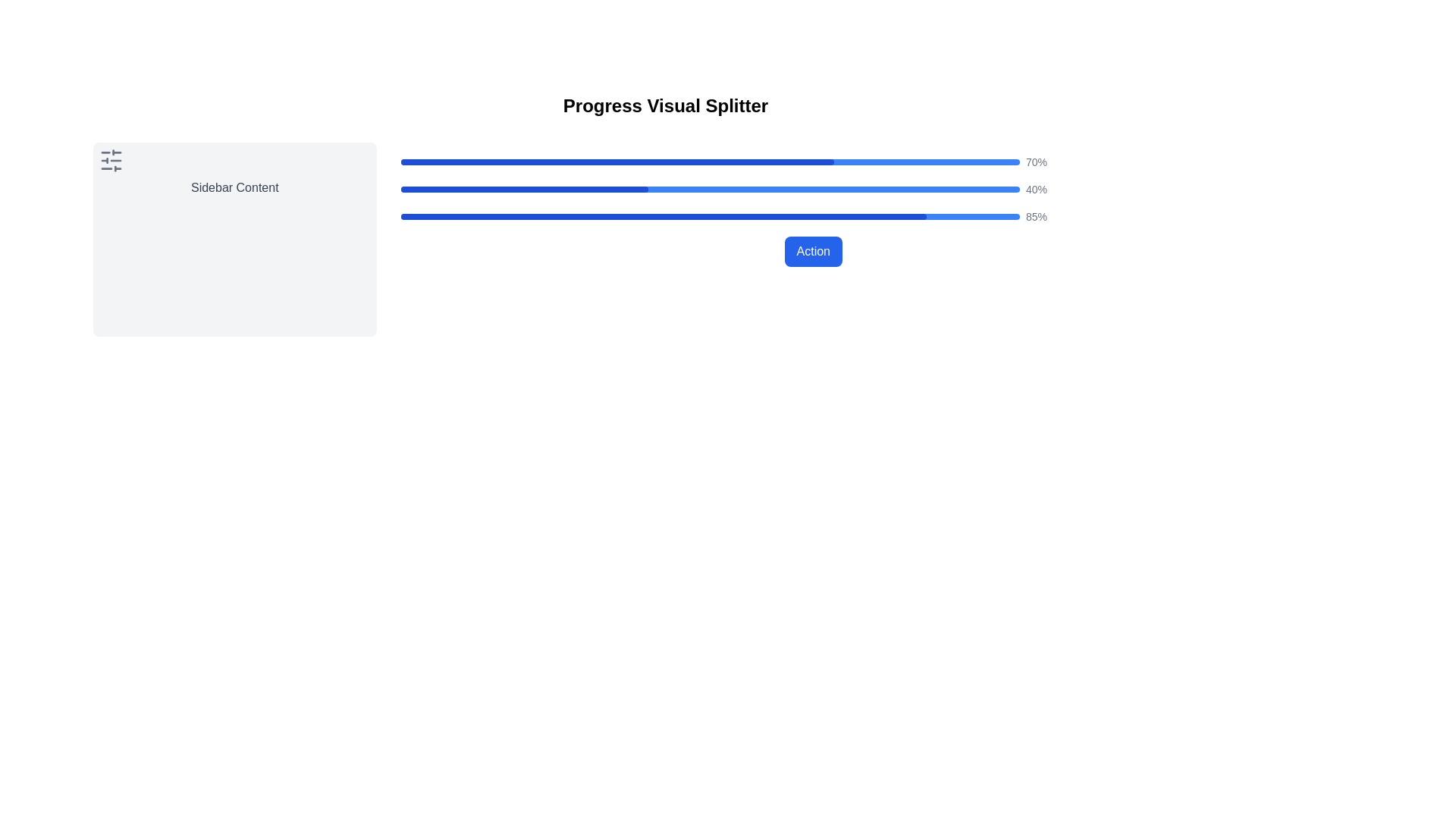 Image resolution: width=1456 pixels, height=819 pixels. What do you see at coordinates (812, 162) in the screenshot?
I see `the Progress Bar that has a blue fill indicating 70% progress and a numerical label displaying '70%', located in the central right portion of the interface` at bounding box center [812, 162].